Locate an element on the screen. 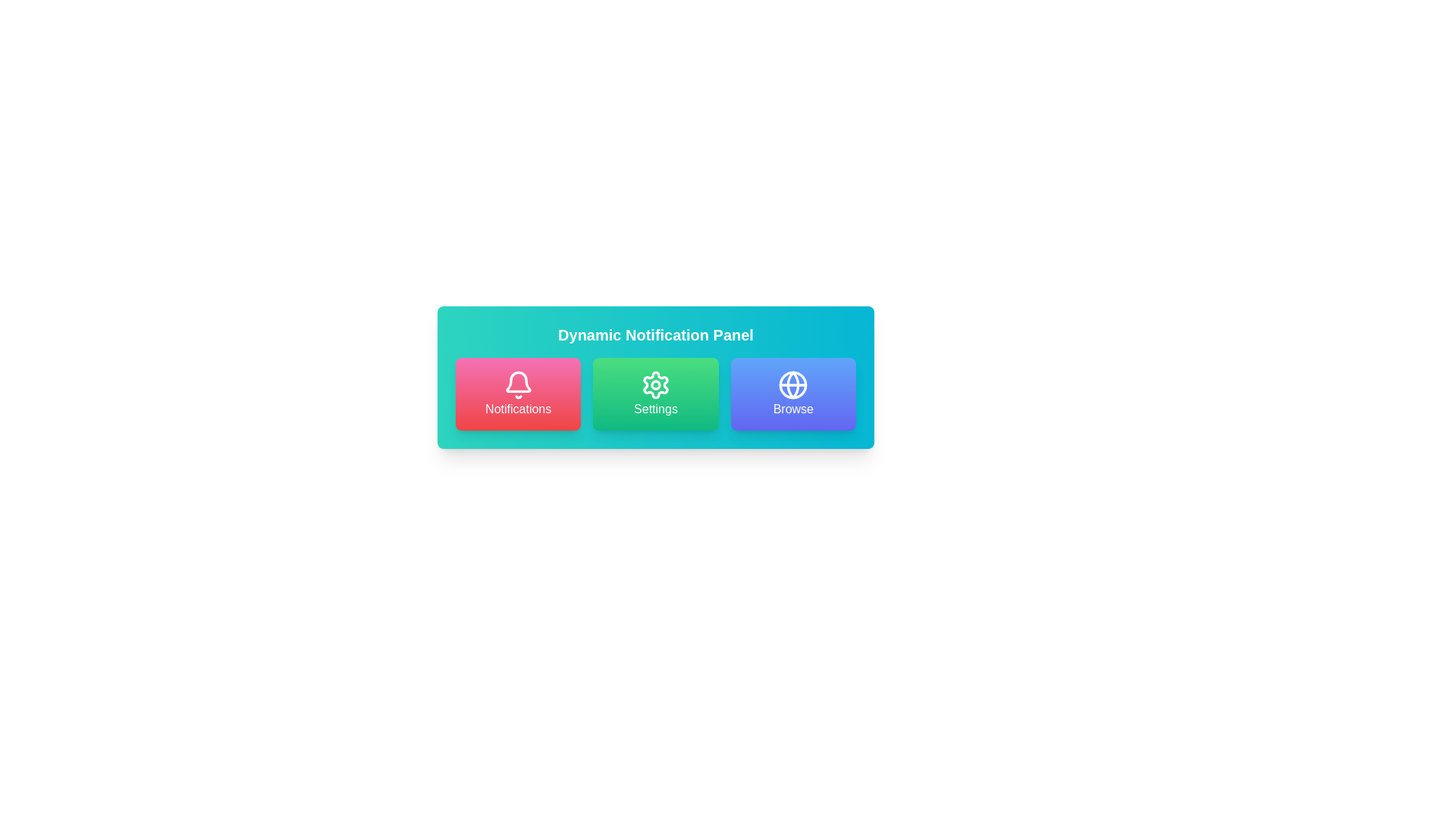  the notifications icon located inside the 'Notifications' button, positioned to the left among three horizontally aligned buttons at the center of the interface panel is located at coordinates (518, 381).